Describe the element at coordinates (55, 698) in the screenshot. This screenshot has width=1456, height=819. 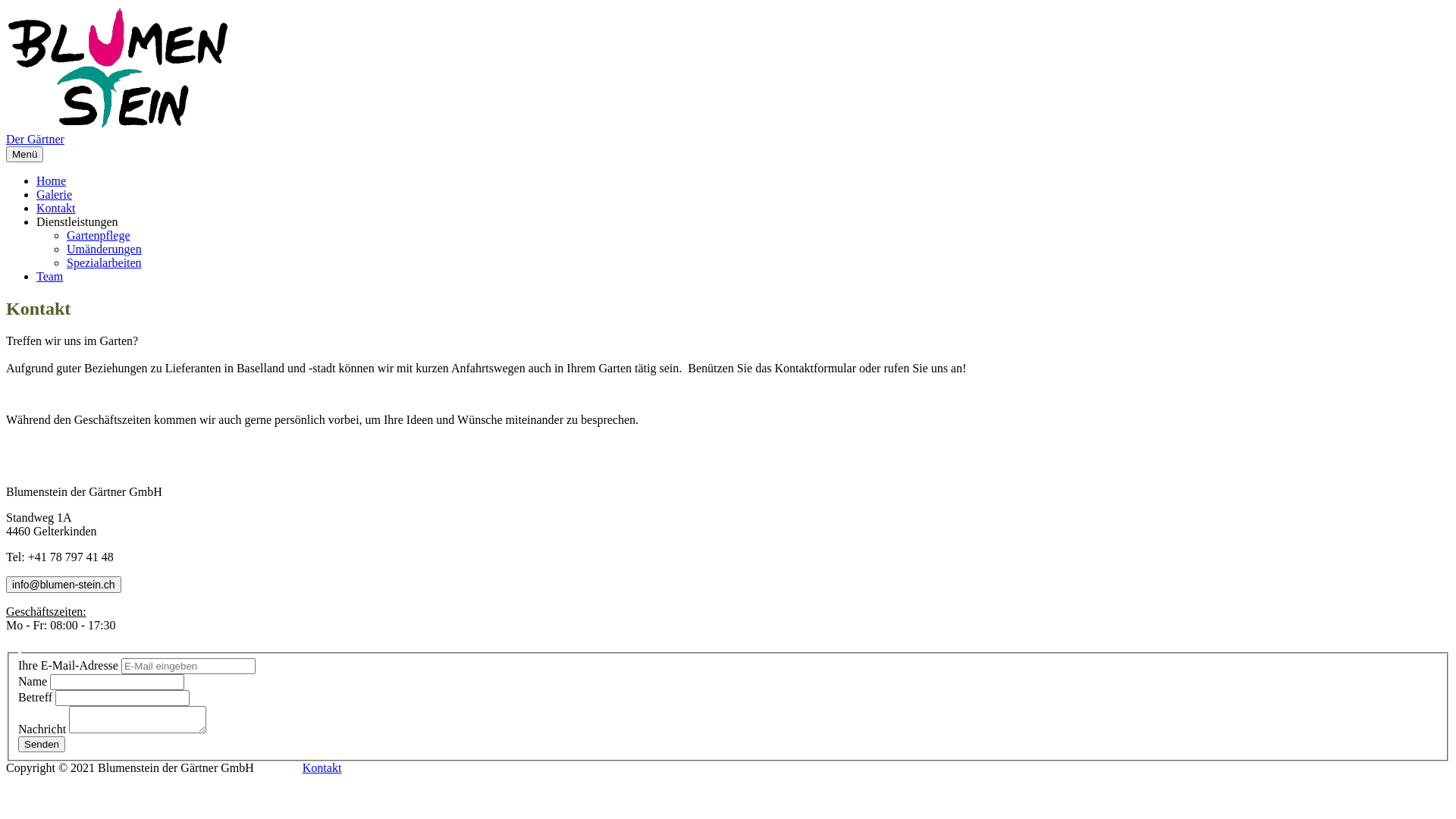
I see `'singleline_2'` at that location.